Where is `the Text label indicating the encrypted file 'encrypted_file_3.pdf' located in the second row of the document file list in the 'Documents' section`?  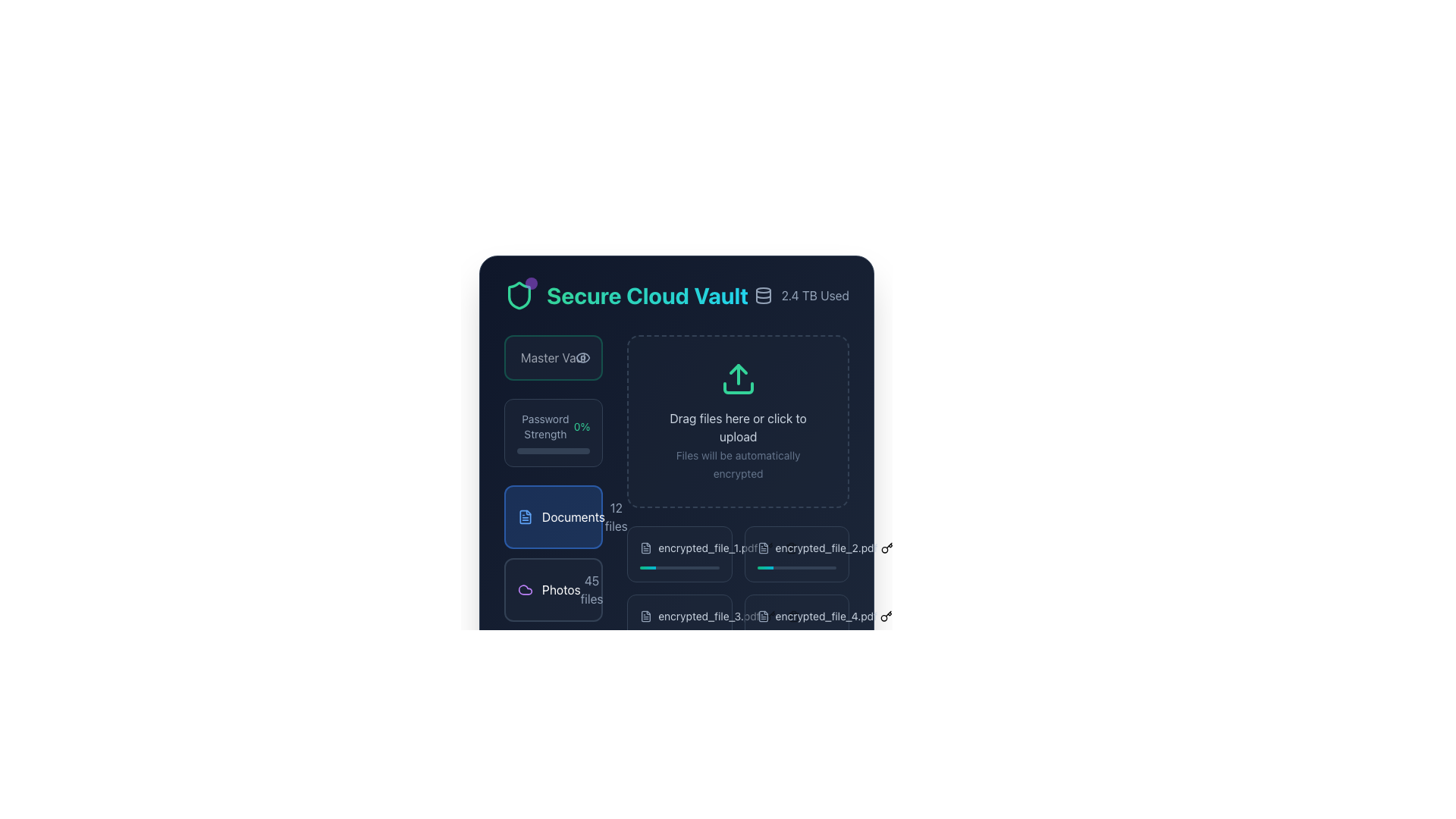 the Text label indicating the encrypted file 'encrypted_file_3.pdf' located in the second row of the document file list in the 'Documents' section is located at coordinates (679, 617).